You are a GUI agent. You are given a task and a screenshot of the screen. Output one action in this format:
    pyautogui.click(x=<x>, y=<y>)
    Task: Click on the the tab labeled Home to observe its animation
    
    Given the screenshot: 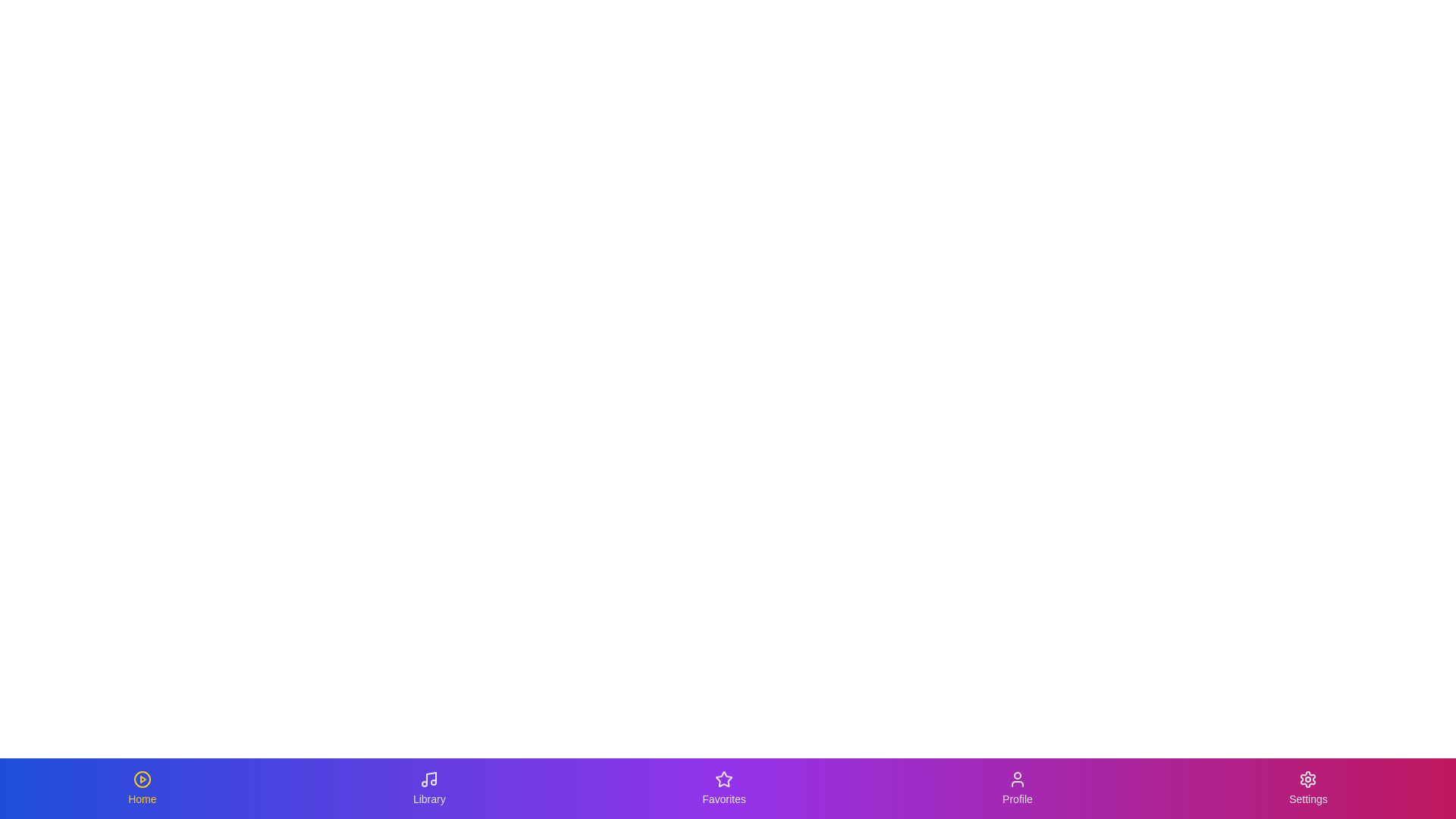 What is the action you would take?
    pyautogui.click(x=142, y=788)
    